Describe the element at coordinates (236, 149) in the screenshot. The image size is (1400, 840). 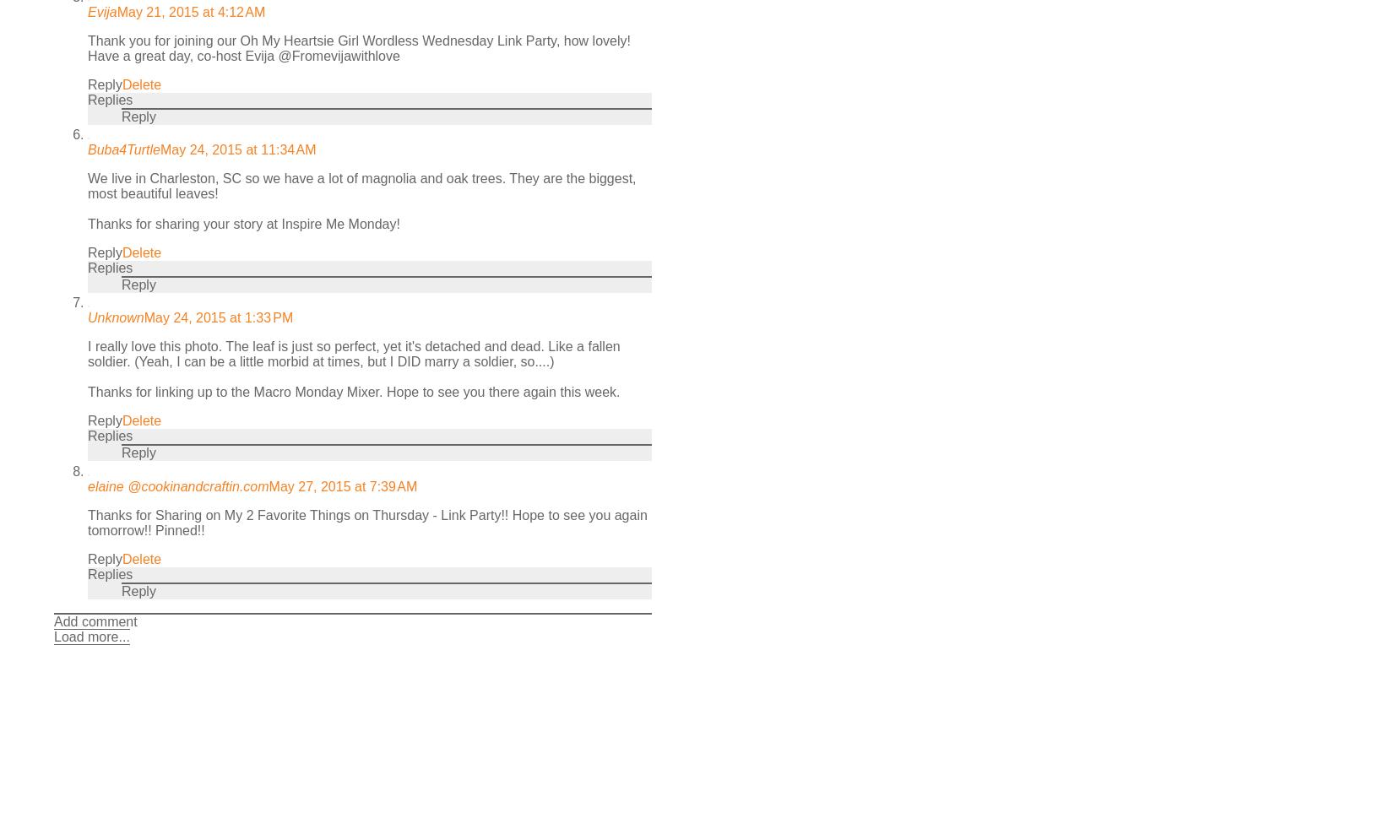
I see `'May 24, 2015 at 11:34 AM'` at that location.